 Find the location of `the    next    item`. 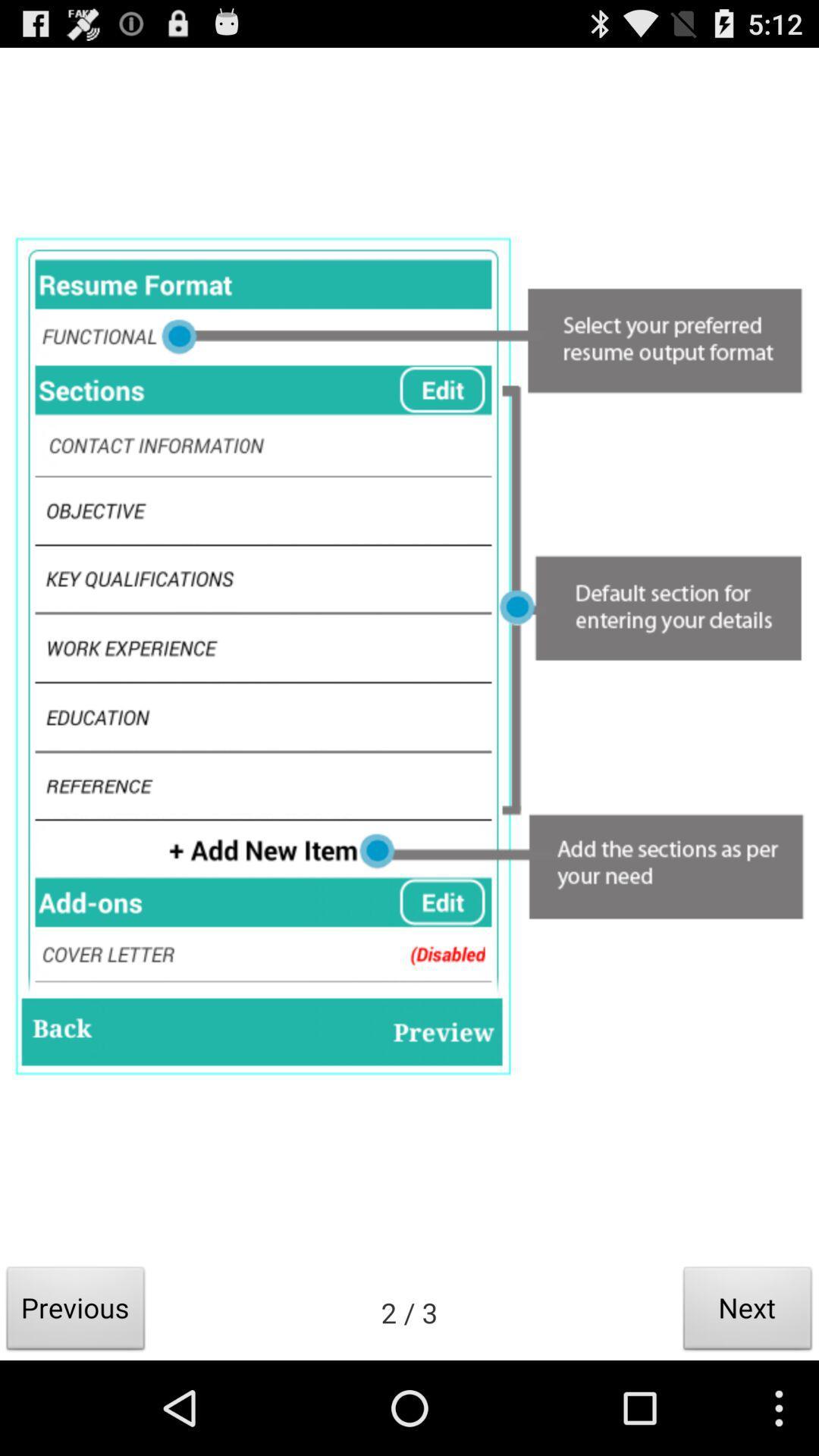

the    next    item is located at coordinates (747, 1312).